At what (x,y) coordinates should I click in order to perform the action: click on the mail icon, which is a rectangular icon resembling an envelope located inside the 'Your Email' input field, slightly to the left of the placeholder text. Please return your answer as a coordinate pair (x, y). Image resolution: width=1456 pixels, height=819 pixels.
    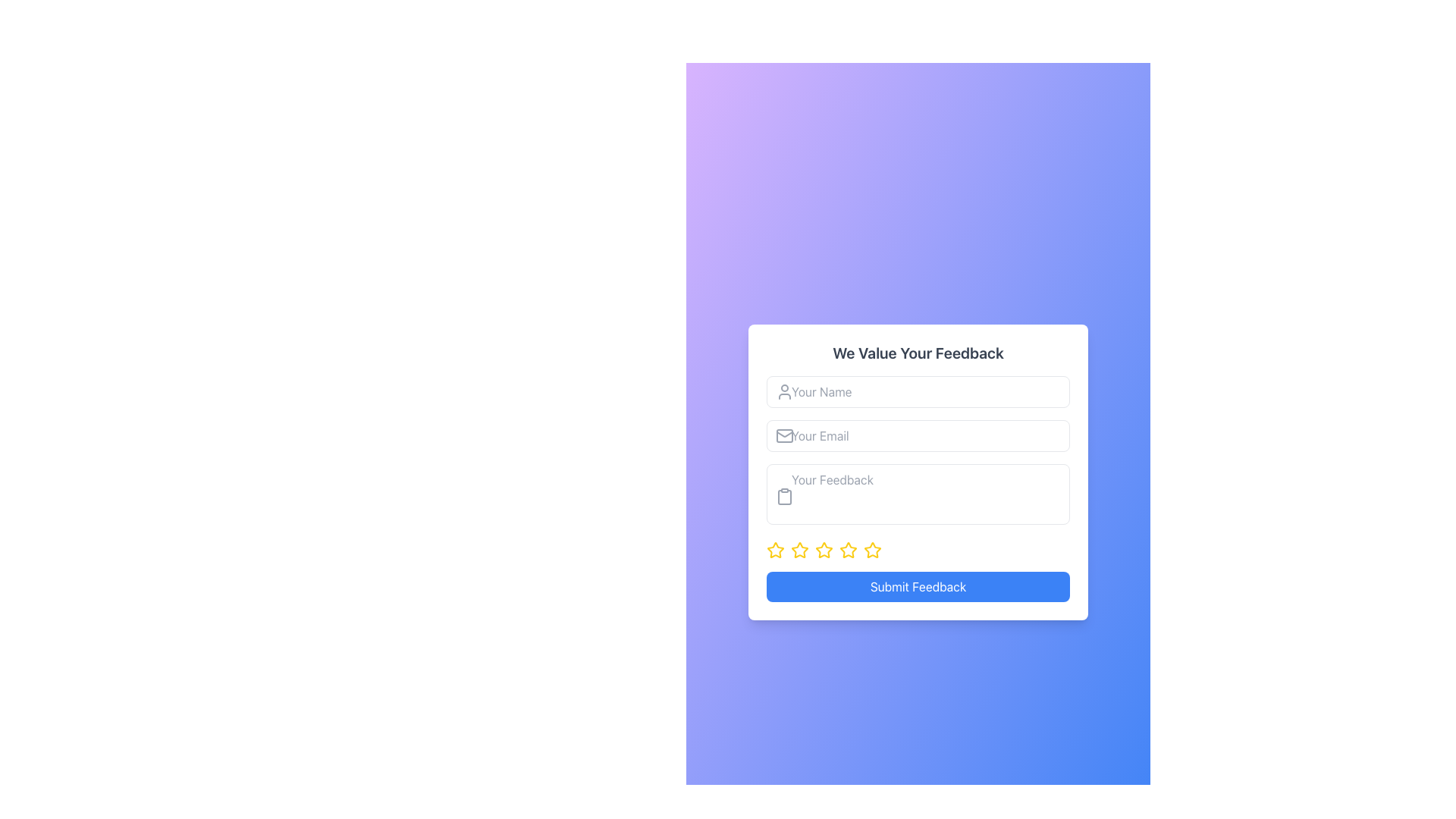
    Looking at the image, I should click on (785, 435).